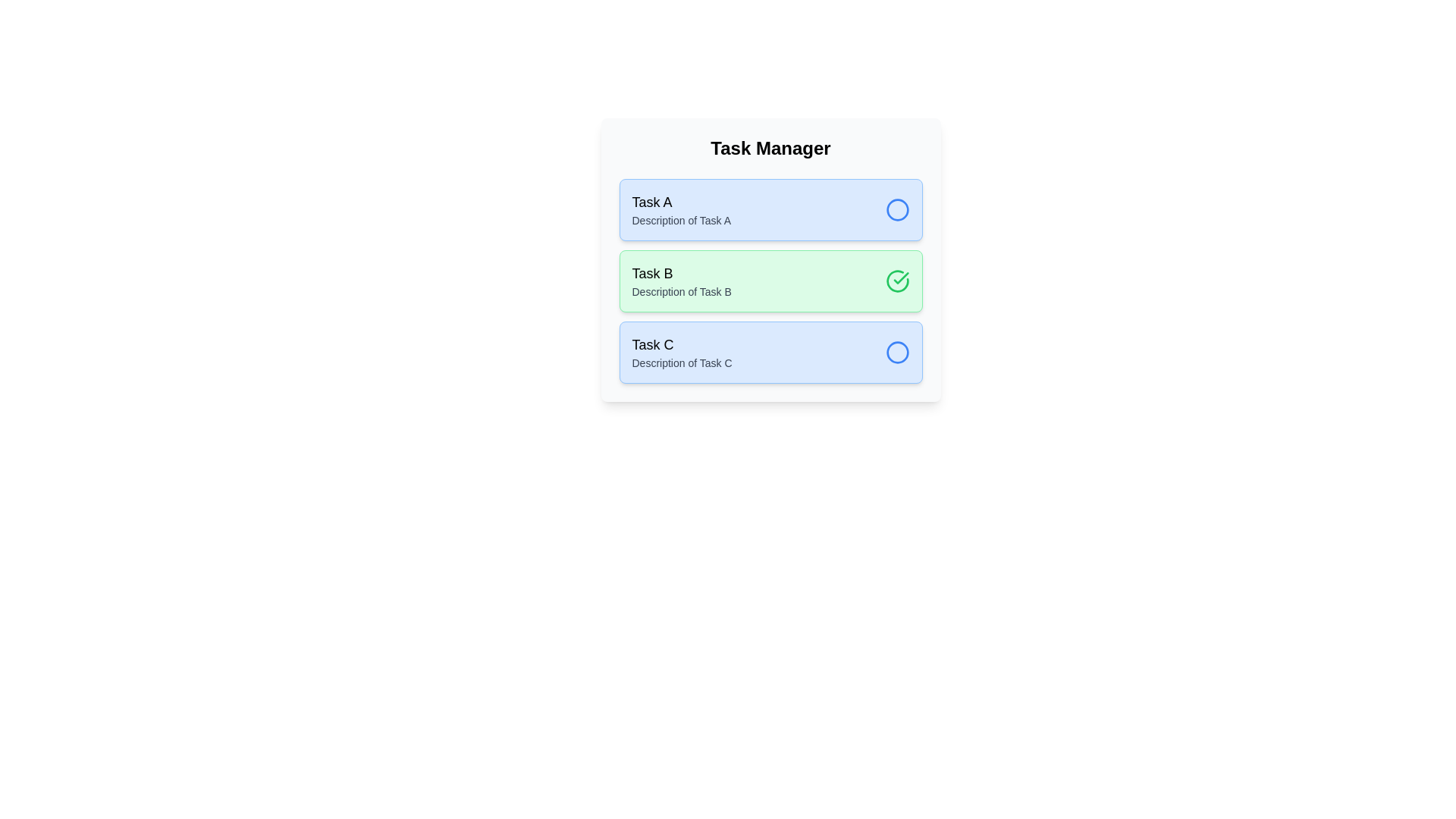 This screenshot has height=819, width=1456. I want to click on the 'Task C' card component, so click(770, 353).